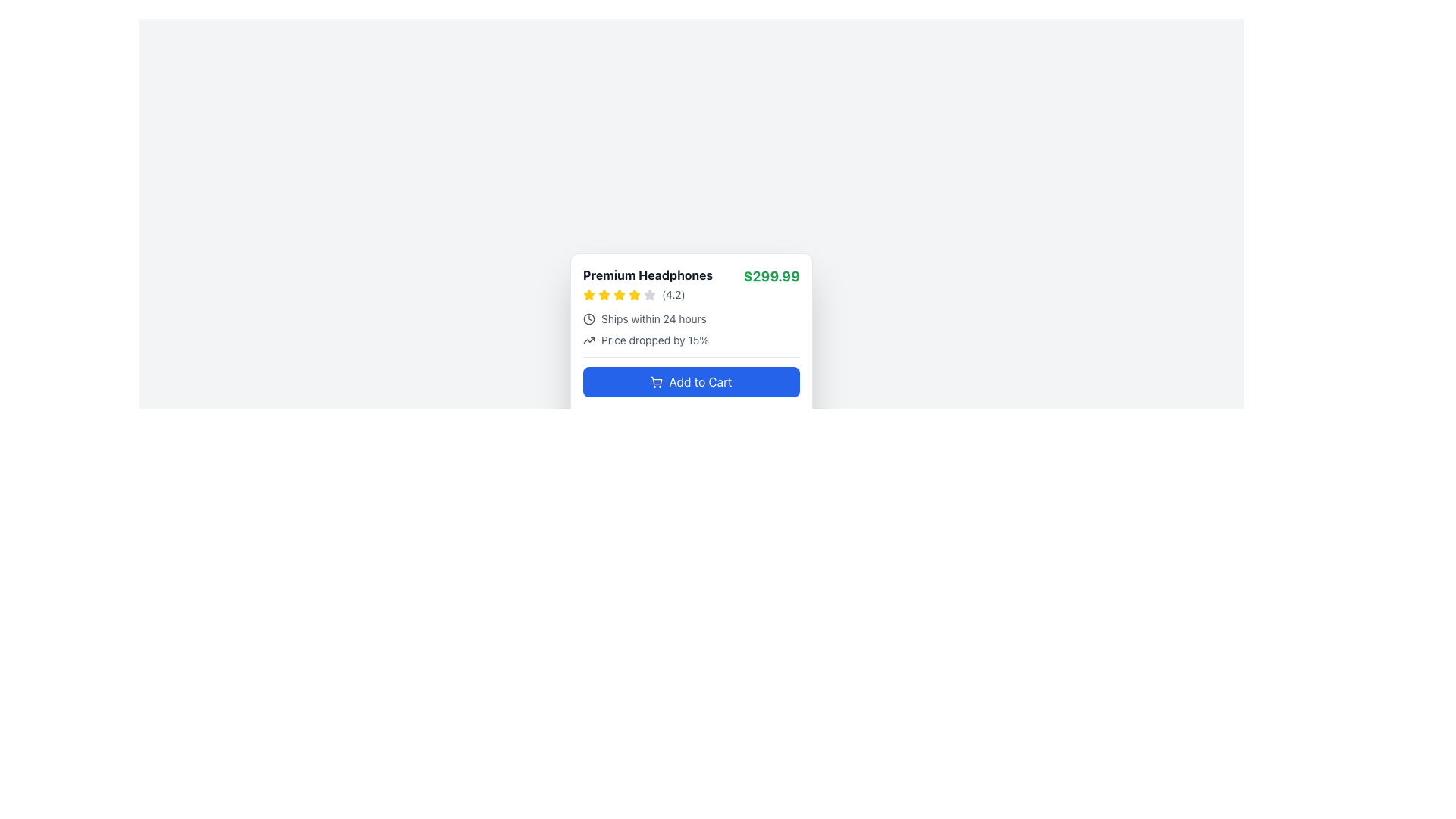  I want to click on textual label displaying 'Price dropped by 15%' located to the right of the line chart icon in the 'Premium Headphones' product details card, so click(655, 339).